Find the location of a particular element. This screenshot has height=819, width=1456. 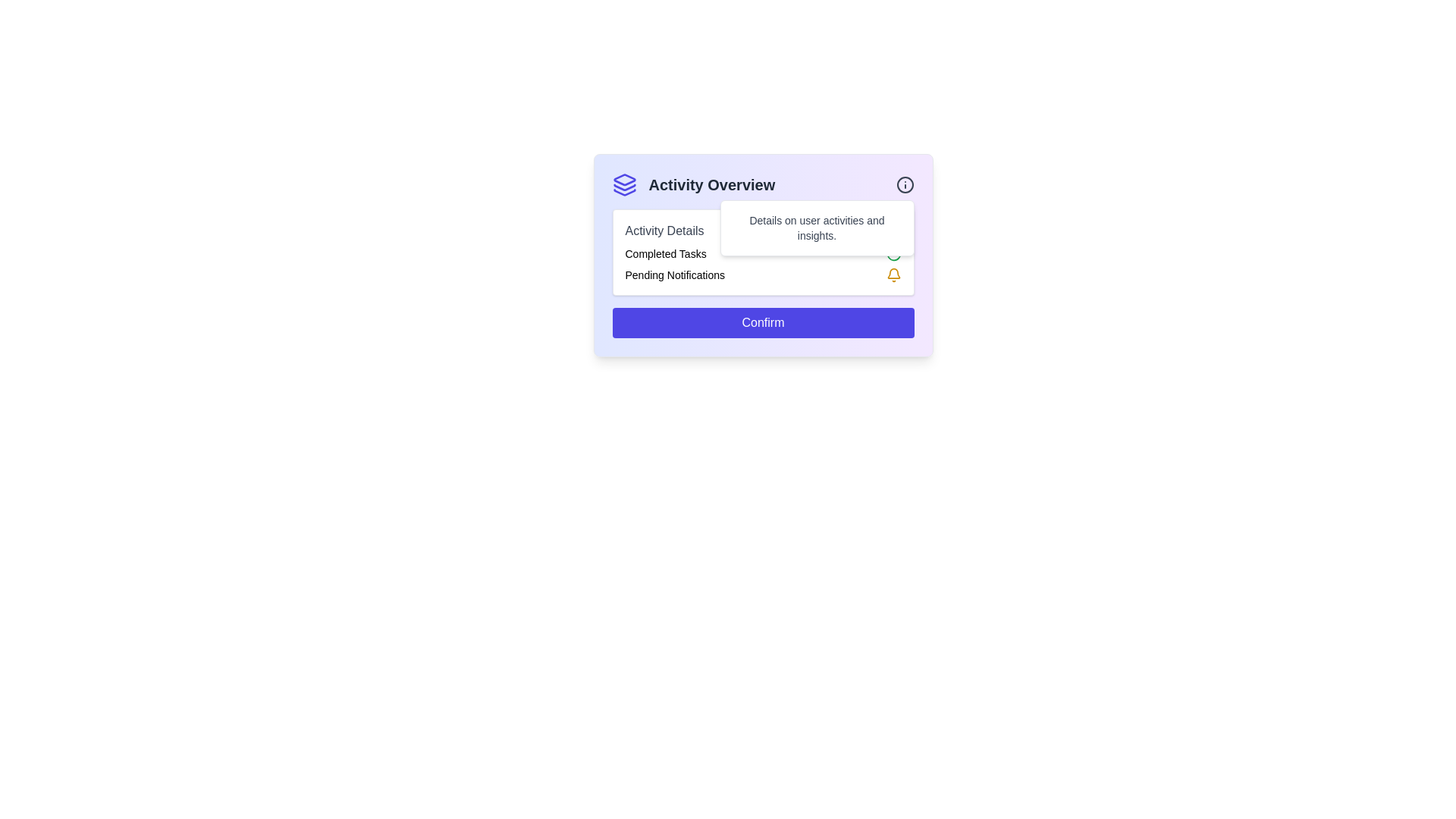

the grouped information display for user task statuses, which includes 'Completed Tasks' and 'Pending Notifications' within the 'Activity Details' box is located at coordinates (763, 263).